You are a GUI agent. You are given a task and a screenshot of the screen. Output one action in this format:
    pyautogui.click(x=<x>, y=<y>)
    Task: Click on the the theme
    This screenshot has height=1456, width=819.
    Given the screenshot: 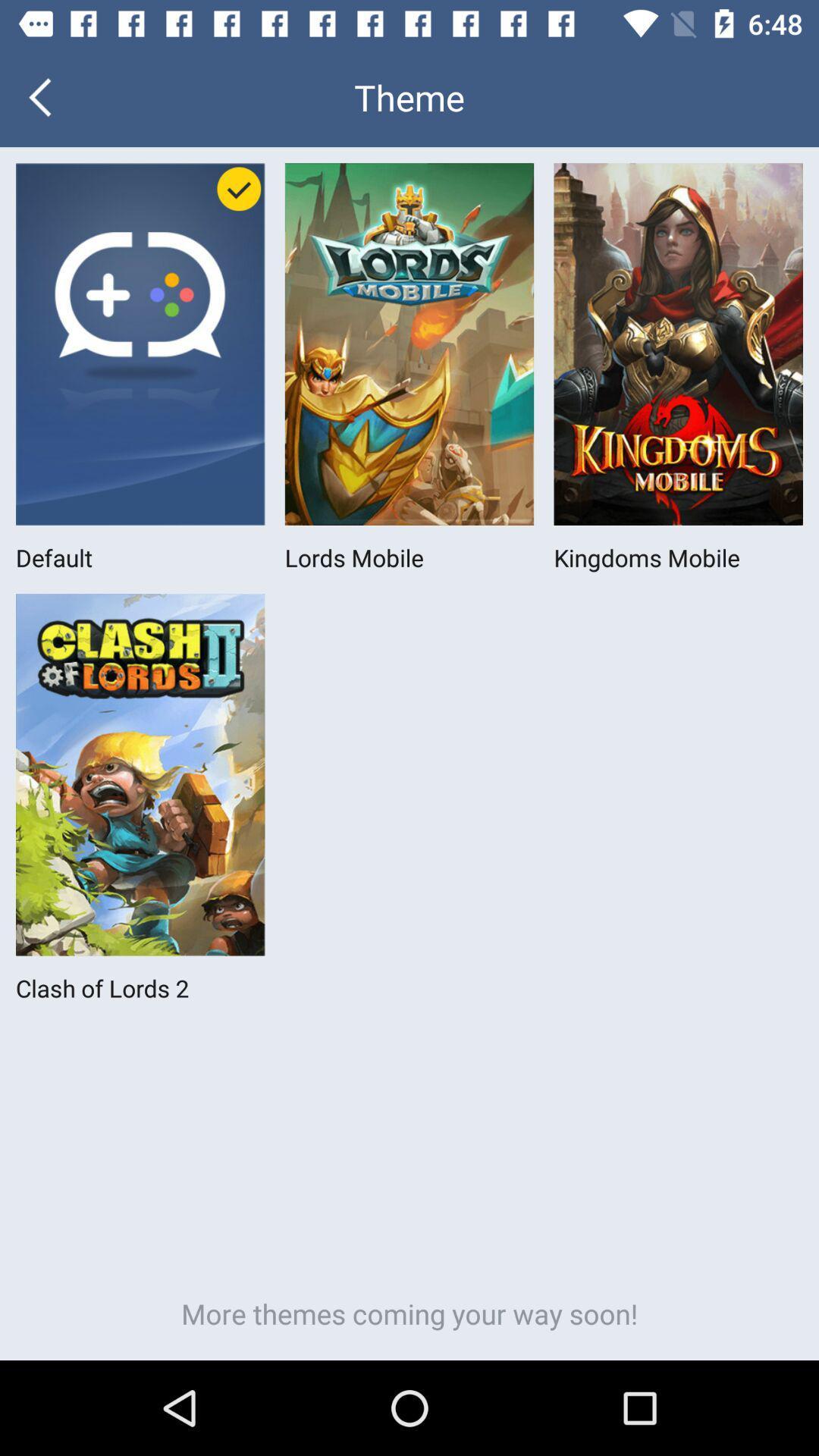 What is the action you would take?
    pyautogui.click(x=409, y=96)
    